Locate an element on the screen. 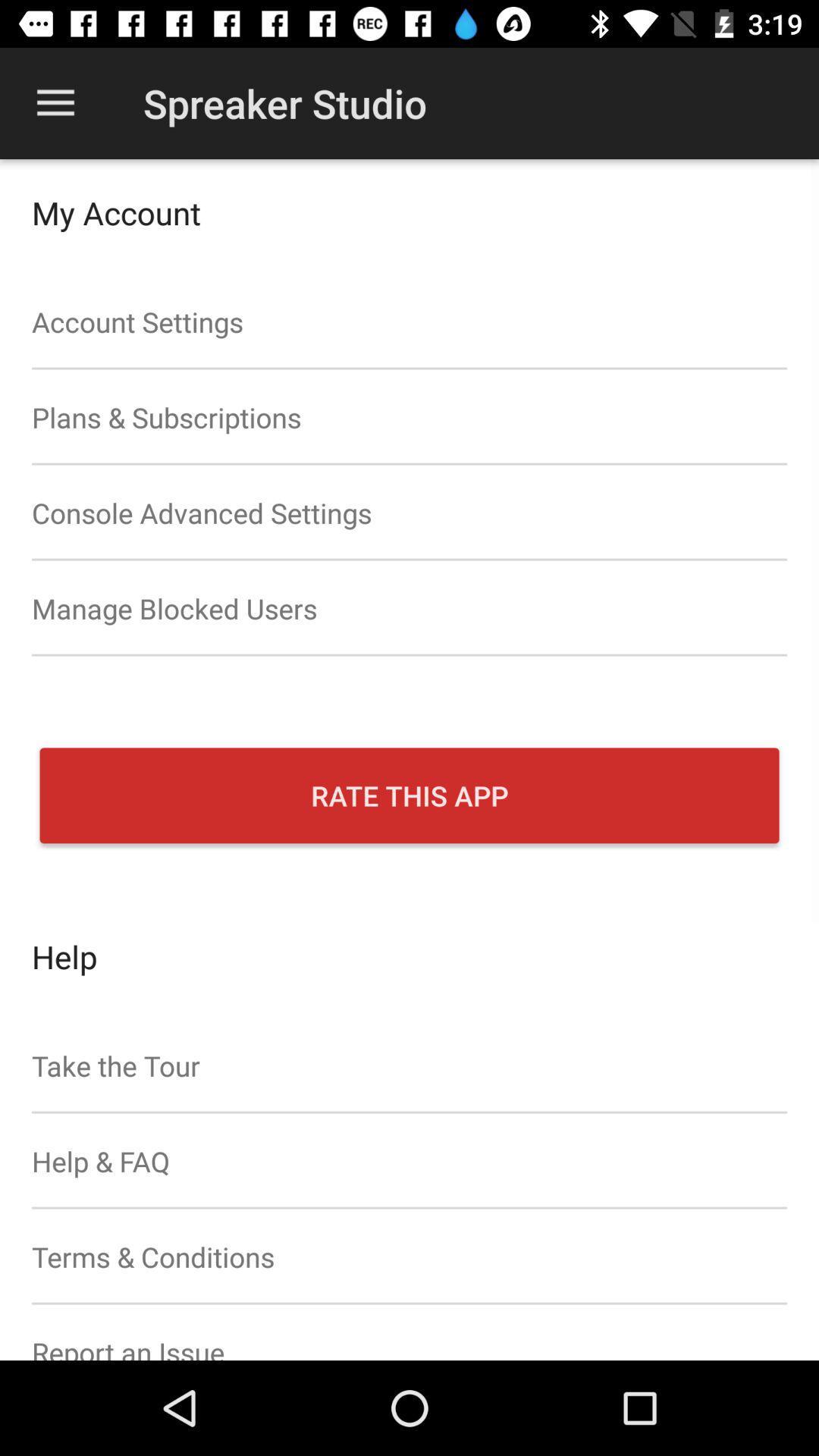 Image resolution: width=819 pixels, height=1456 pixels. the plans & subscriptions icon is located at coordinates (409, 417).